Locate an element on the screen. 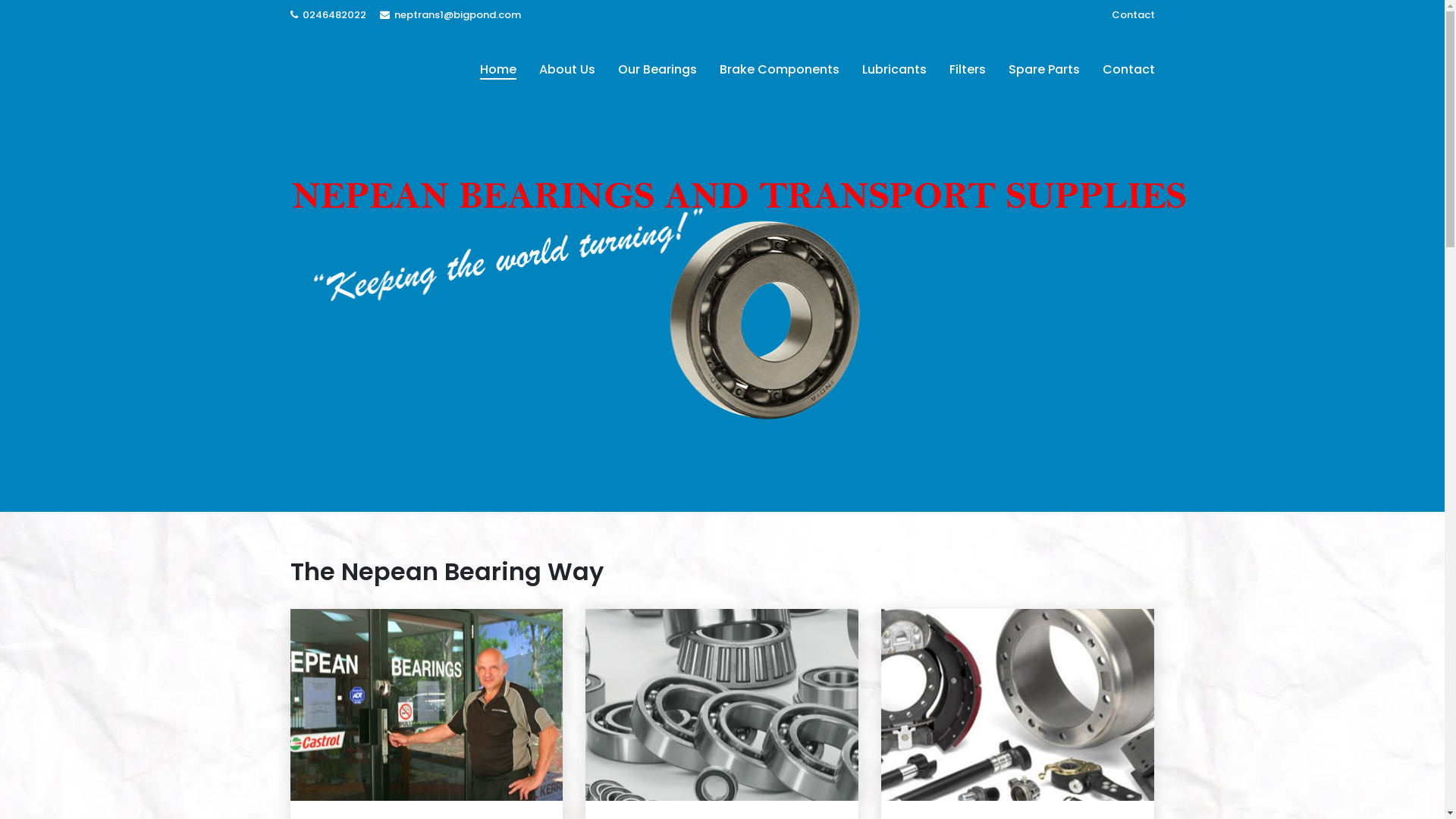 The height and width of the screenshot is (819, 1456). 'Spare Parts' is located at coordinates (996, 70).